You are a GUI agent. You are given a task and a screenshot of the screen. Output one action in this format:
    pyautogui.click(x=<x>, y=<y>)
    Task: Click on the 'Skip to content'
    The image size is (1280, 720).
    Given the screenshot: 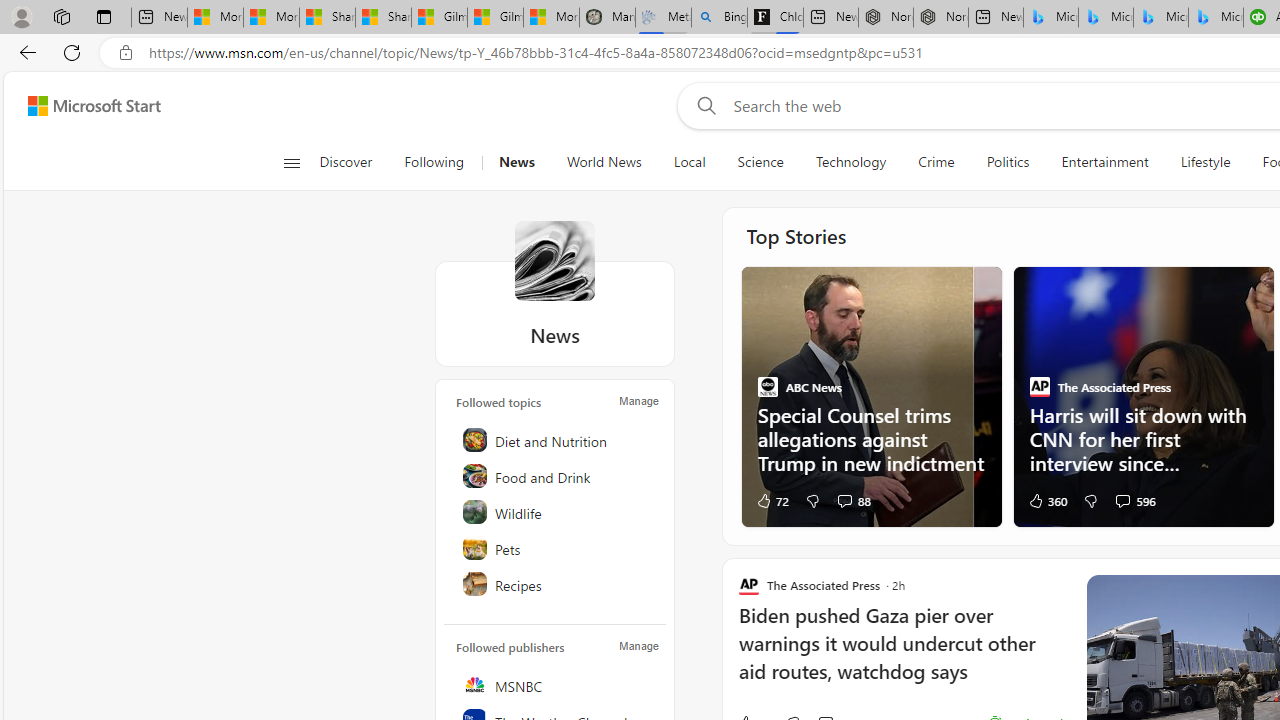 What is the action you would take?
    pyautogui.click(x=86, y=105)
    